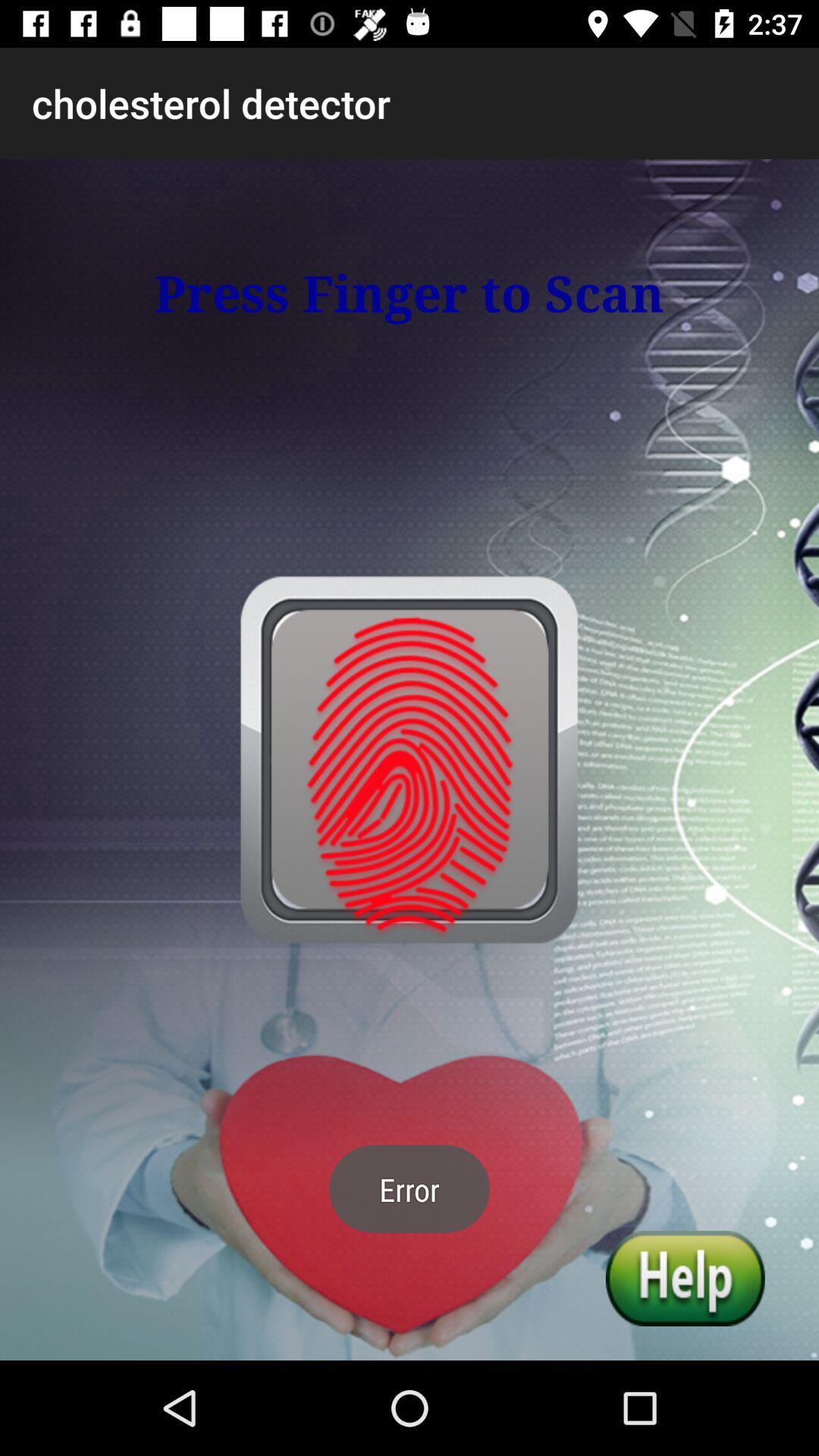  I want to click on open help button, so click(685, 1277).